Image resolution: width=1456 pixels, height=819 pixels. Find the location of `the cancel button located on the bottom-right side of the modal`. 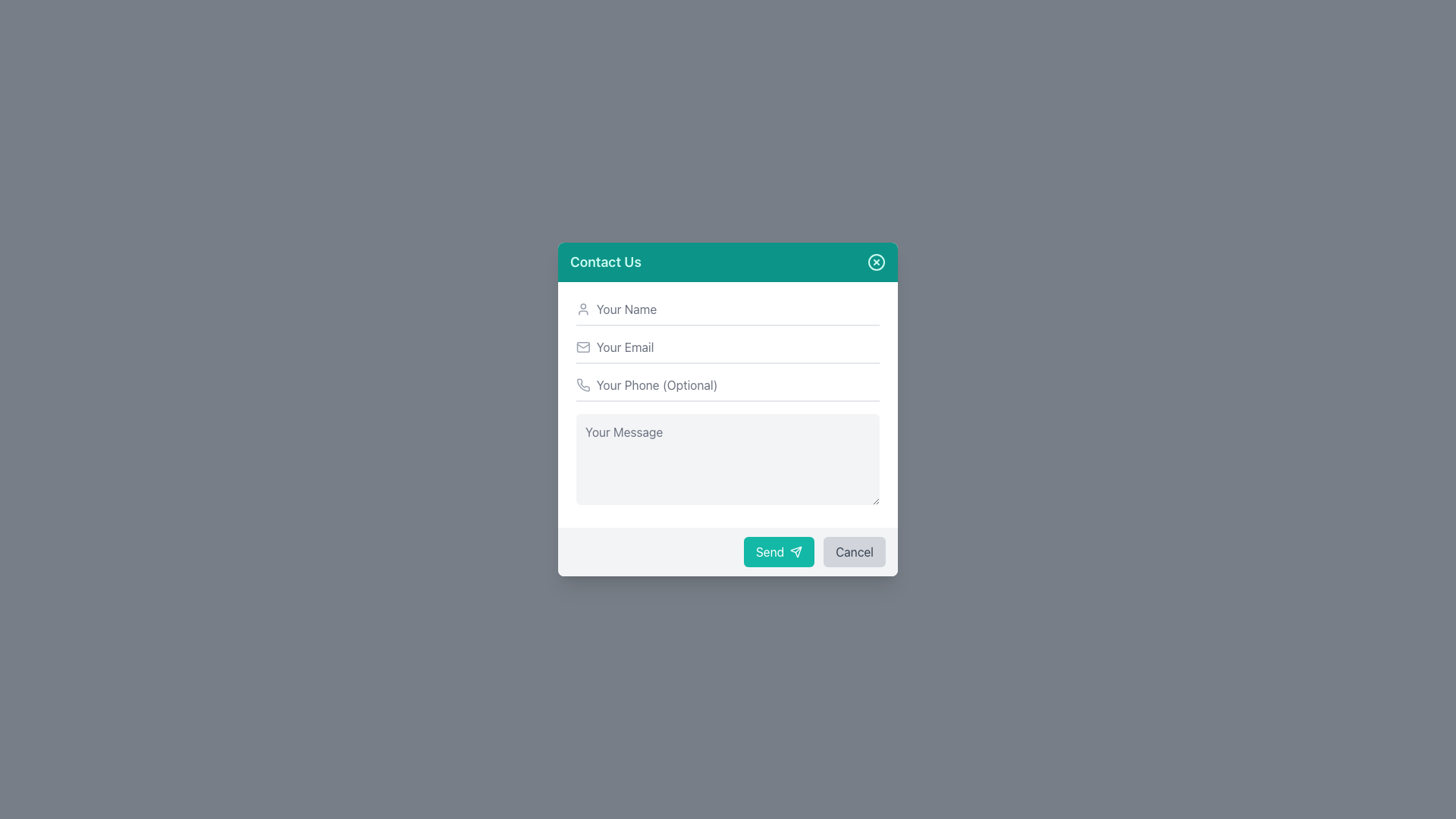

the cancel button located on the bottom-right side of the modal is located at coordinates (855, 552).